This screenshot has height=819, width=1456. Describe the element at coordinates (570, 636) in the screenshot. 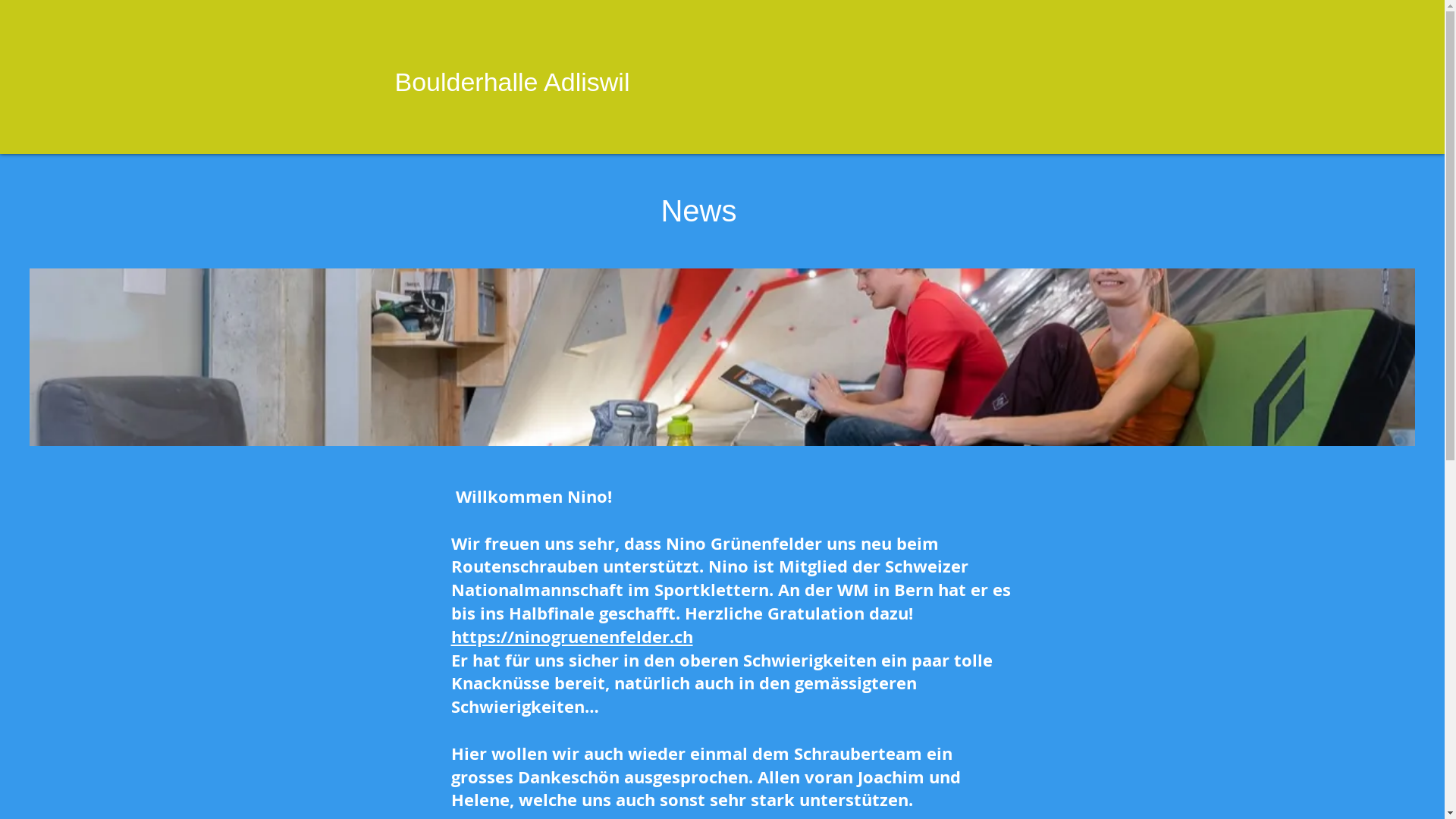

I see `'https://ninogruenenfelder.ch'` at that location.